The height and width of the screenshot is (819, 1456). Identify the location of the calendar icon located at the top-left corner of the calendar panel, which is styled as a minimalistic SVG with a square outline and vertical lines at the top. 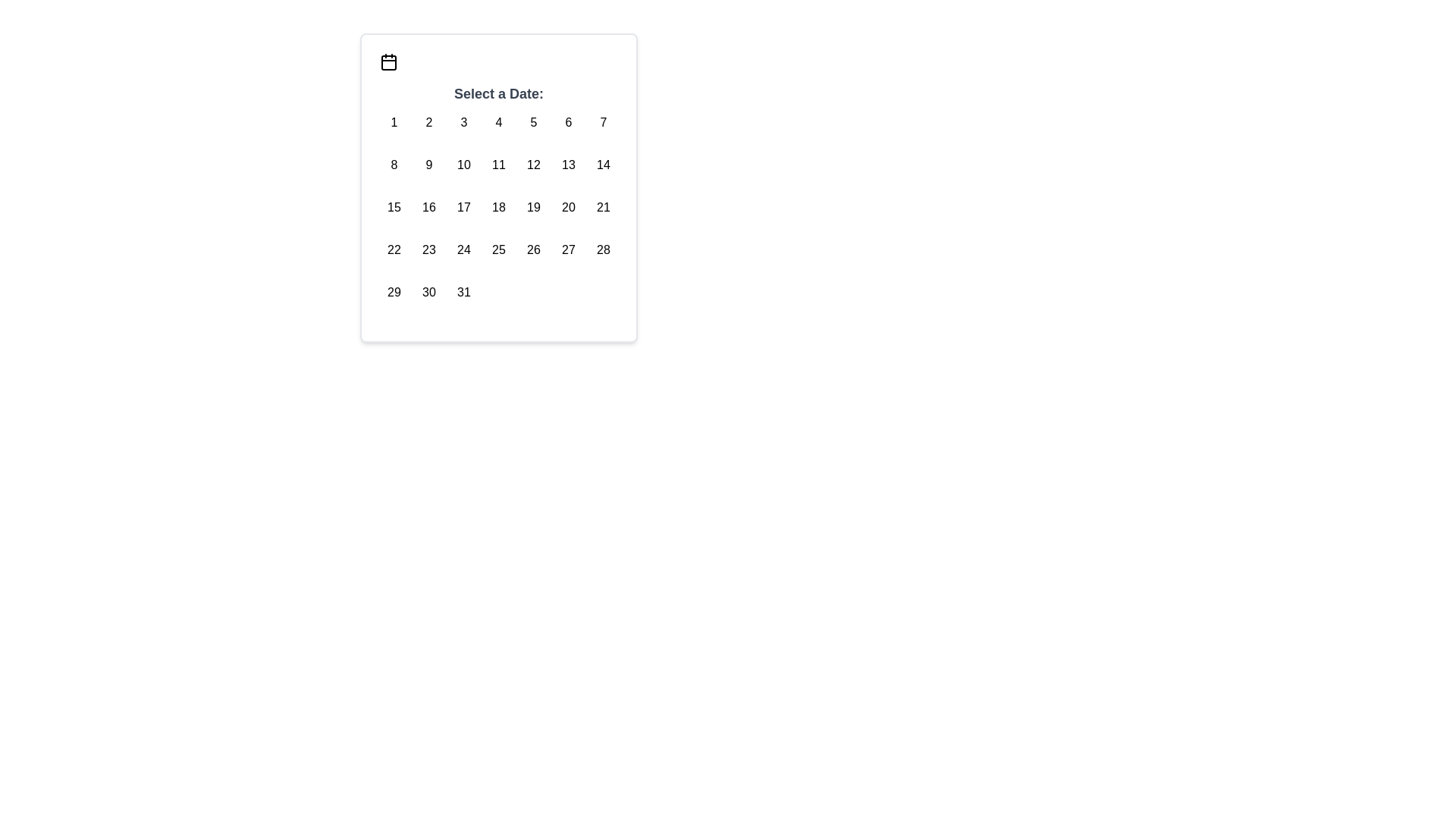
(389, 61).